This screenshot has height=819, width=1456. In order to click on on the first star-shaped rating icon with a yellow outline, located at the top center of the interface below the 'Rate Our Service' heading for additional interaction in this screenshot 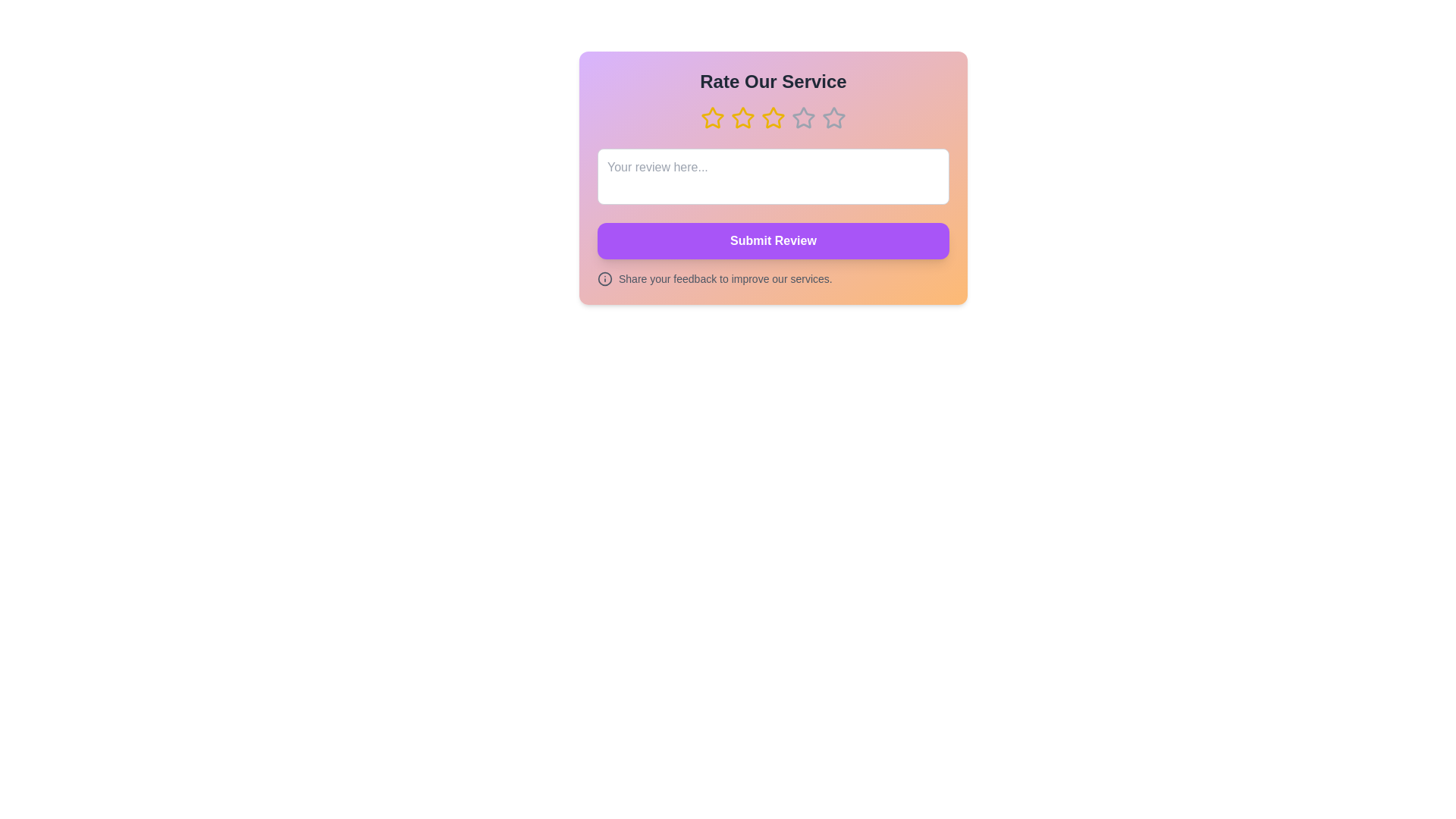, I will do `click(712, 117)`.